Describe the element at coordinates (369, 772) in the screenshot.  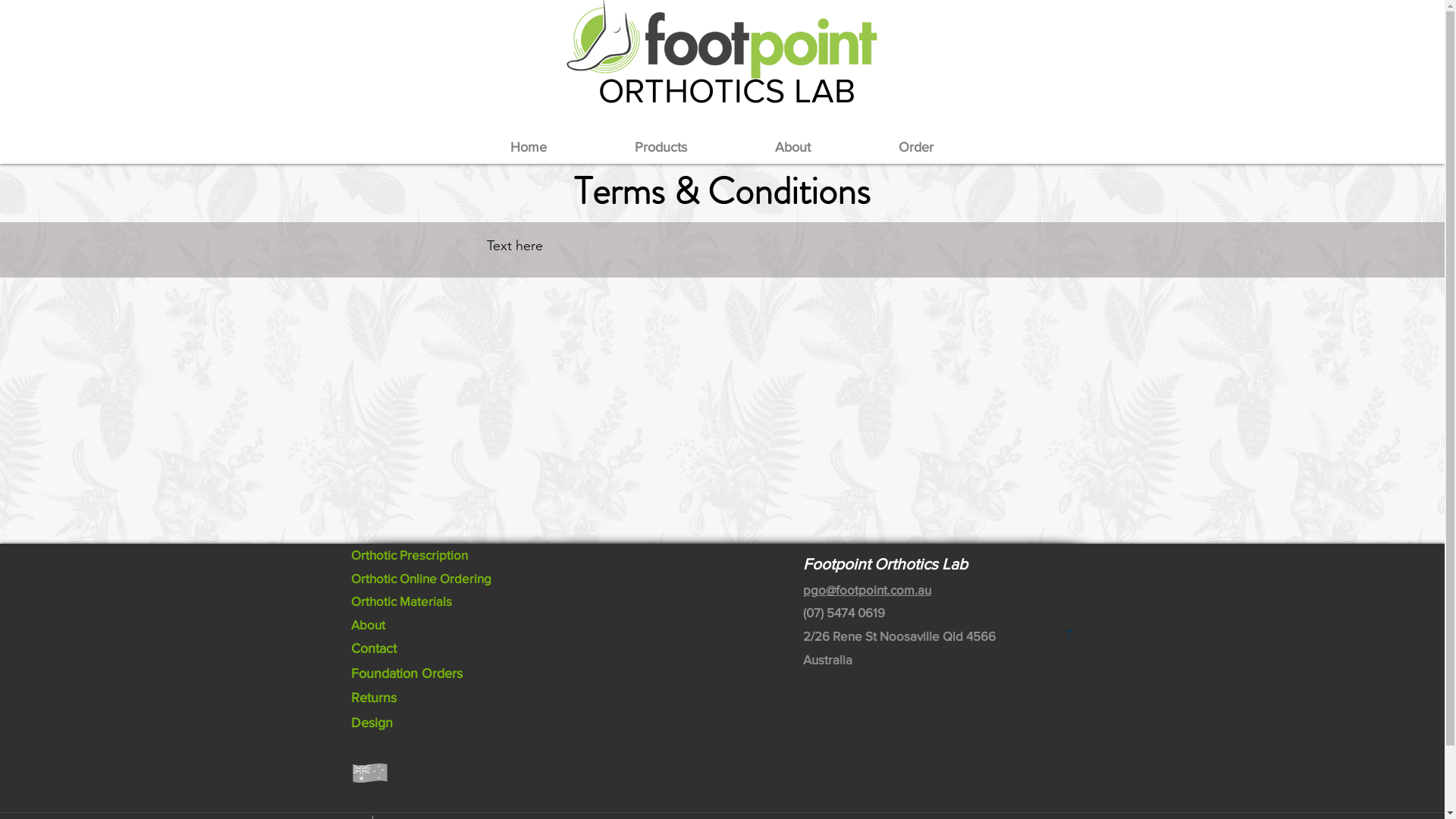
I see `'Footpoint is an Australian company.'` at that location.